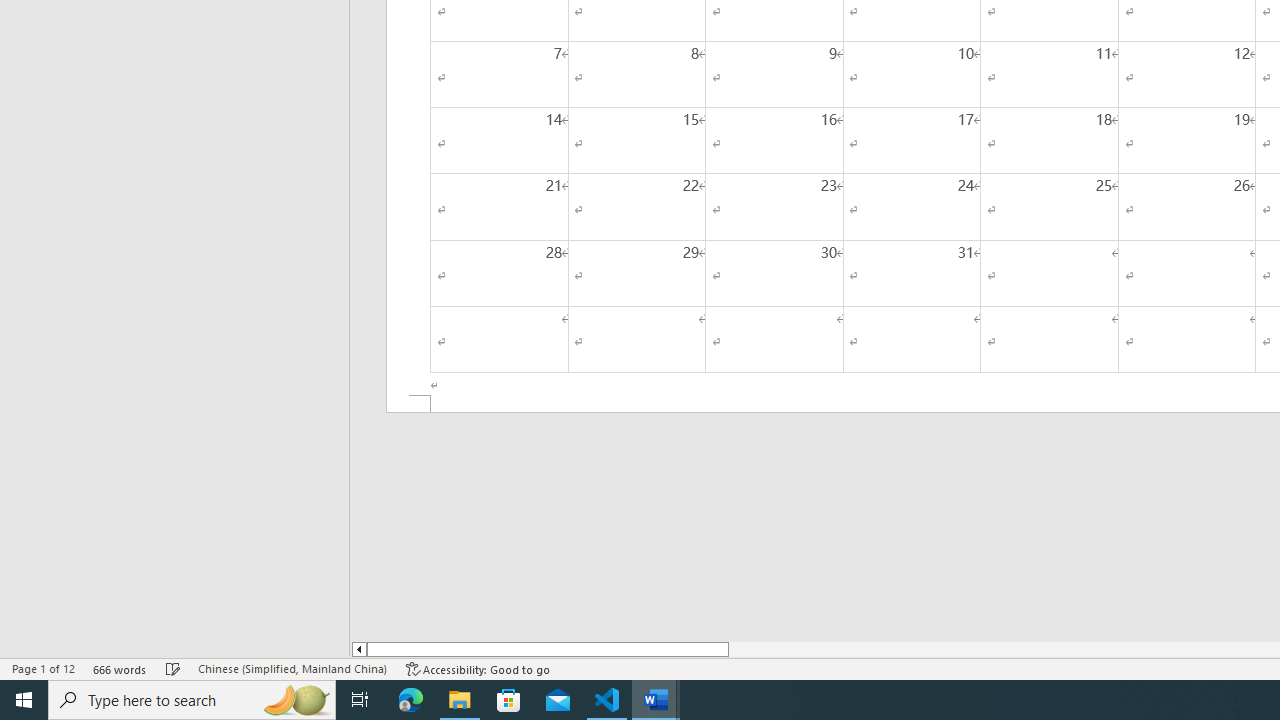 The height and width of the screenshot is (720, 1280). What do you see at coordinates (291, 669) in the screenshot?
I see `'Language Chinese (Simplified, Mainland China)'` at bounding box center [291, 669].